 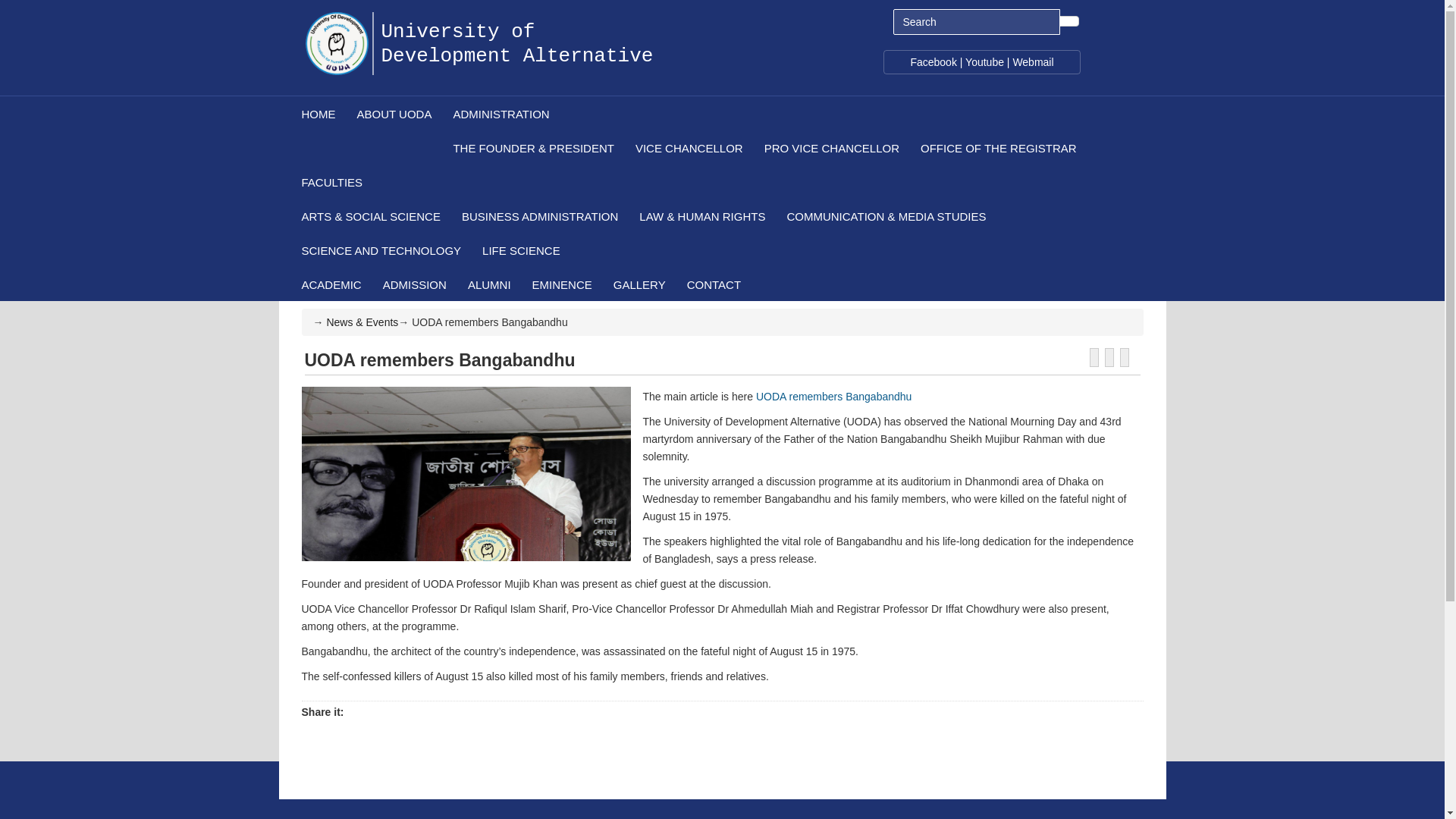 What do you see at coordinates (910, 61) in the screenshot?
I see `'Facebook'` at bounding box center [910, 61].